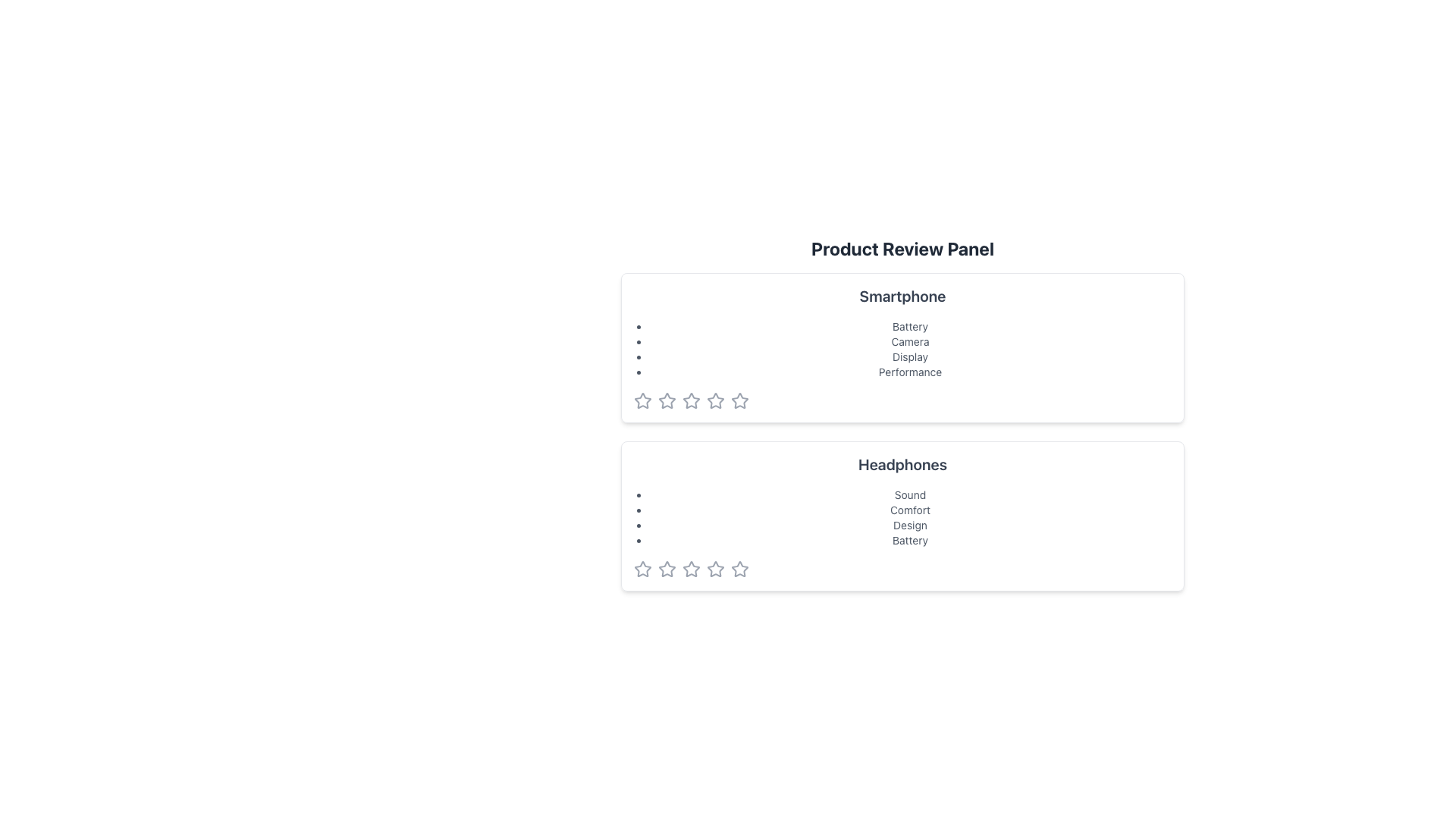  I want to click on the first Star Icon for Rating in the Smartphone section of the product review panel, so click(643, 400).